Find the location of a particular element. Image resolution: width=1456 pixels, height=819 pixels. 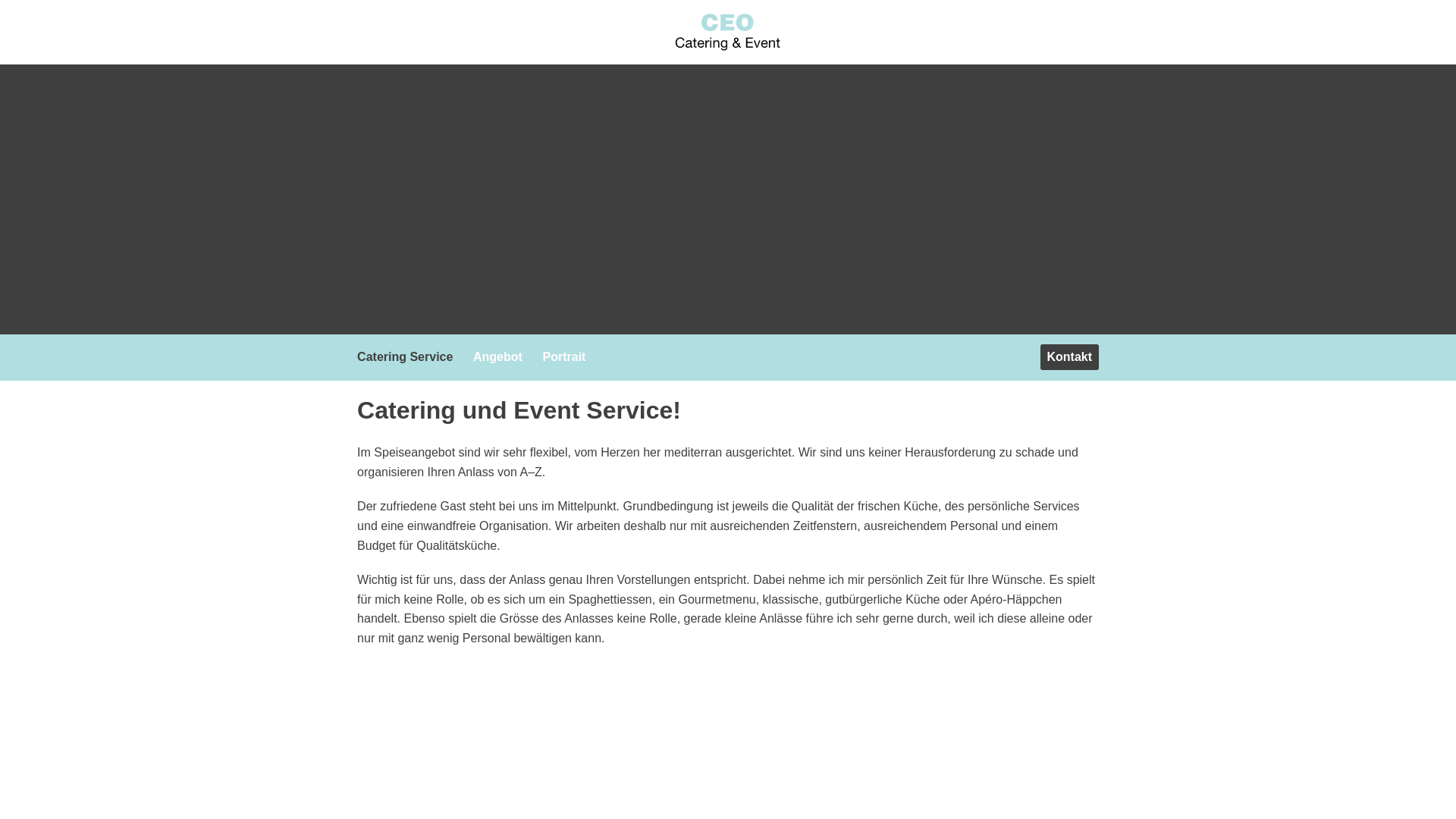

'Catering Service' is located at coordinates (408, 356).